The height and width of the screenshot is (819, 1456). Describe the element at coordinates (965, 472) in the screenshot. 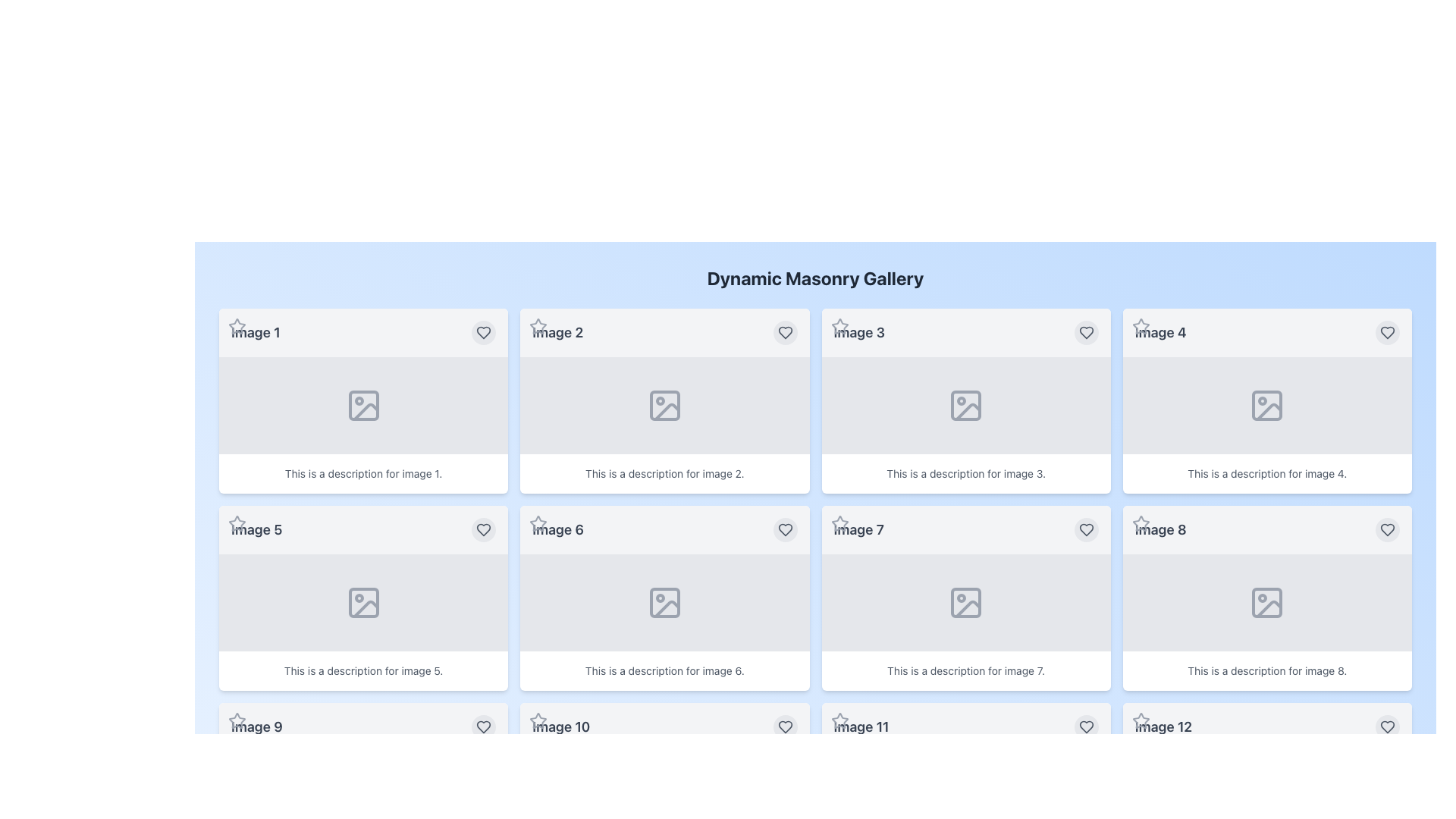

I see `text displayed in the text block that shows the phrase 'This is a description for image 3.' located at the bottom of the third card in a grid layout` at that location.